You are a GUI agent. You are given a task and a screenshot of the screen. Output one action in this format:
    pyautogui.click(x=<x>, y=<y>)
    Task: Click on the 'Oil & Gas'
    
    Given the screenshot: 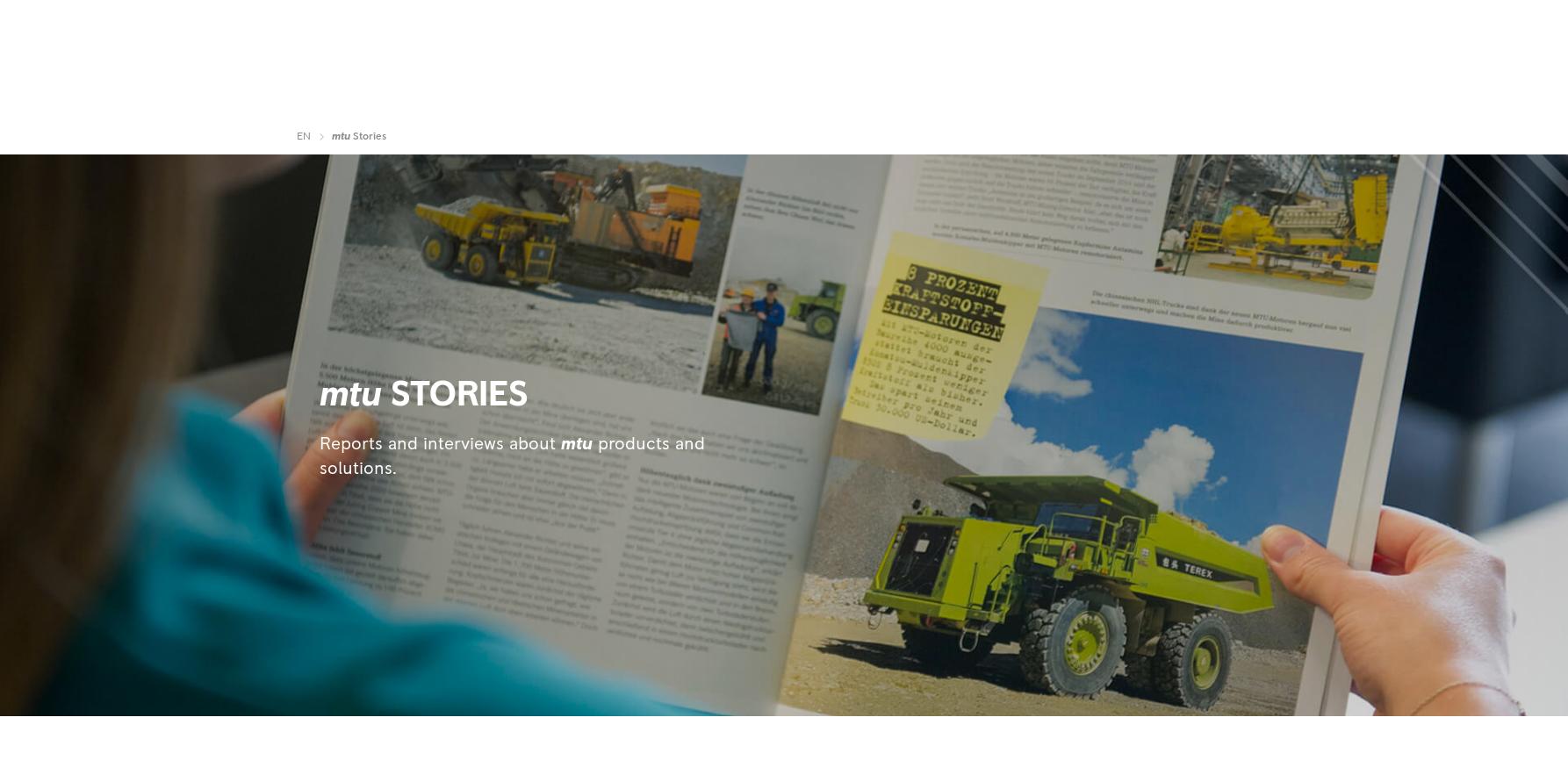 What is the action you would take?
    pyautogui.click(x=668, y=96)
    